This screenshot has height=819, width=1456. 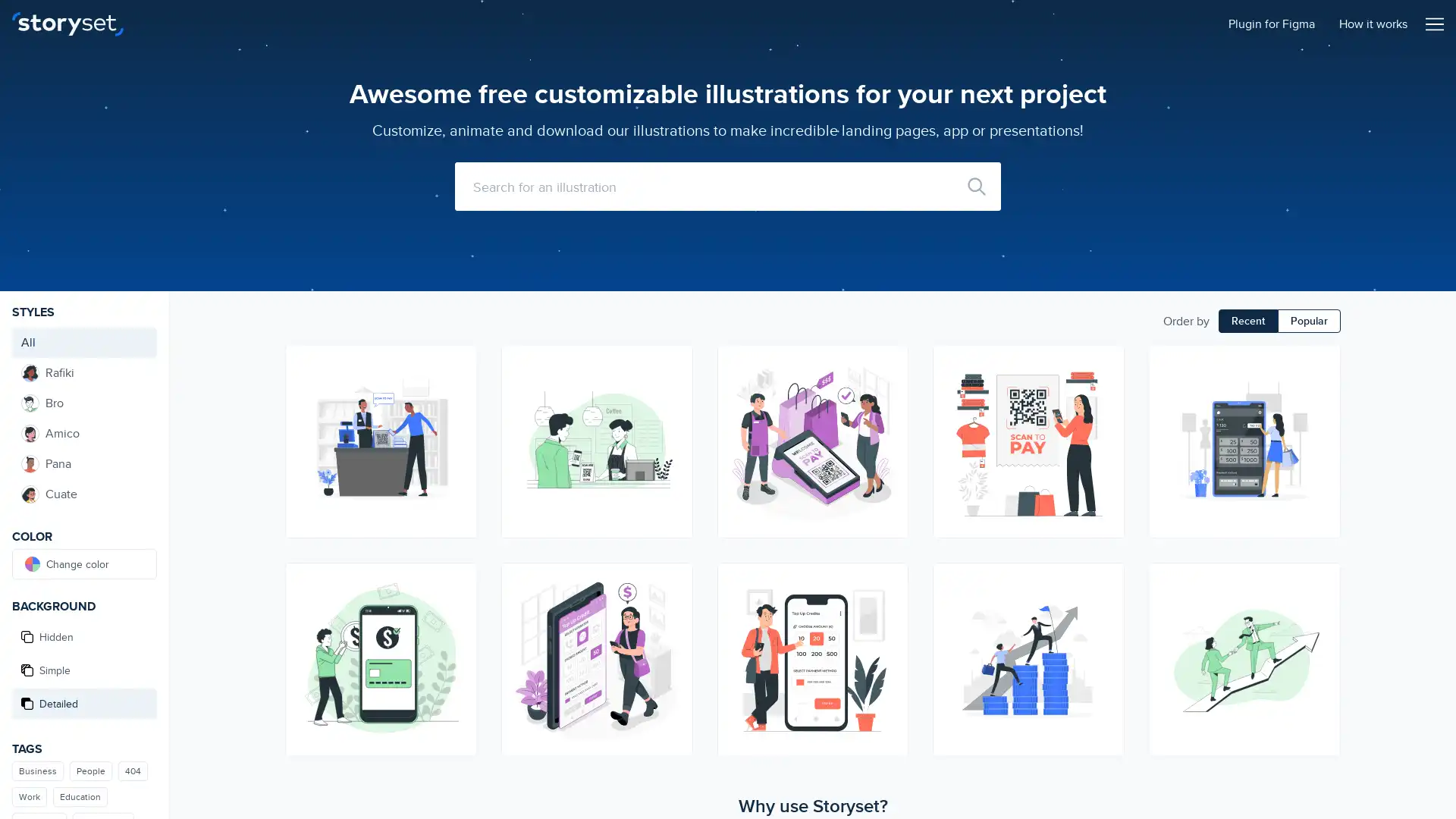 What do you see at coordinates (457, 607) in the screenshot?
I see `download icon Download` at bounding box center [457, 607].